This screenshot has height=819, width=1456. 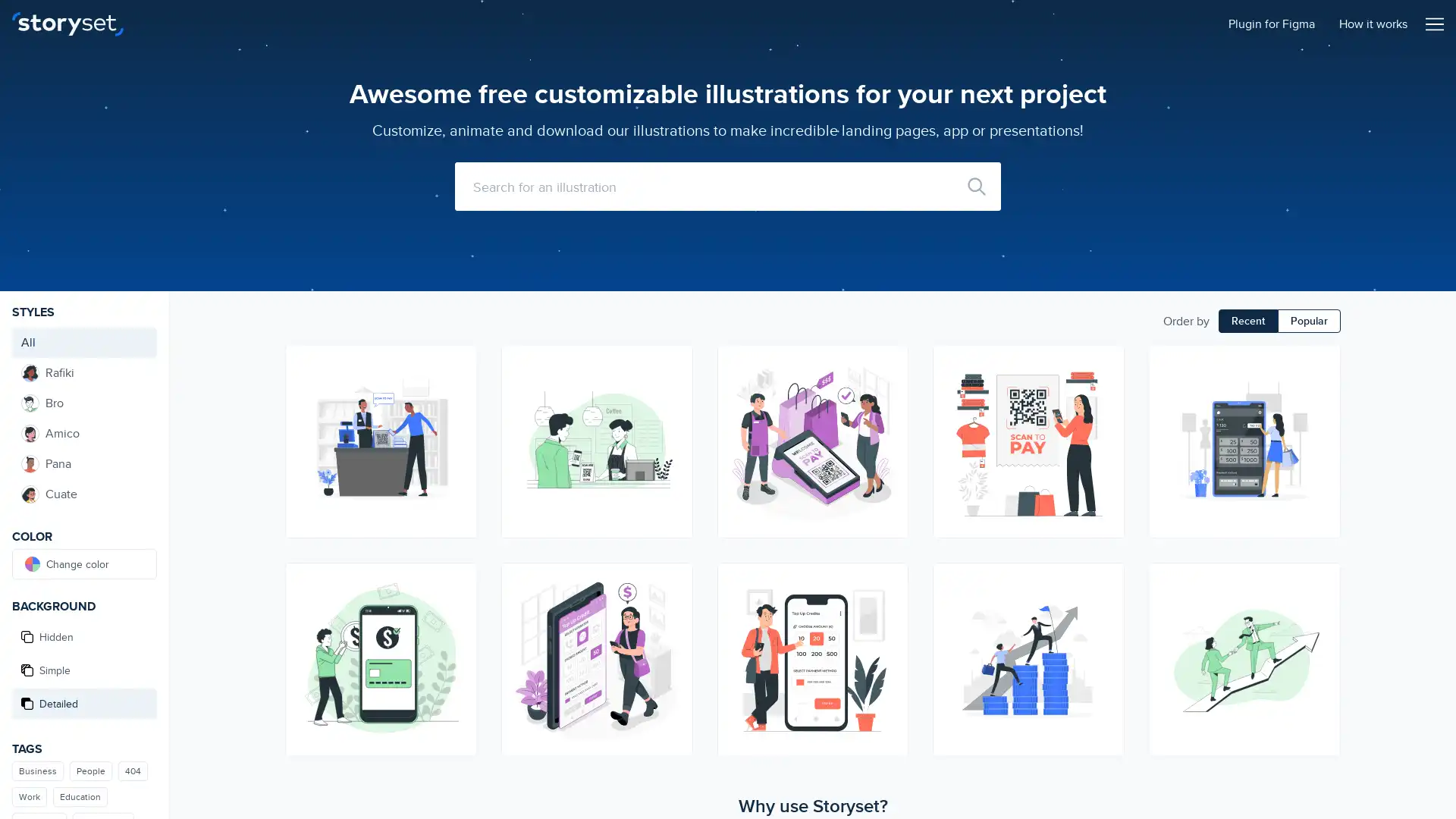 What do you see at coordinates (457, 607) in the screenshot?
I see `download icon Download` at bounding box center [457, 607].